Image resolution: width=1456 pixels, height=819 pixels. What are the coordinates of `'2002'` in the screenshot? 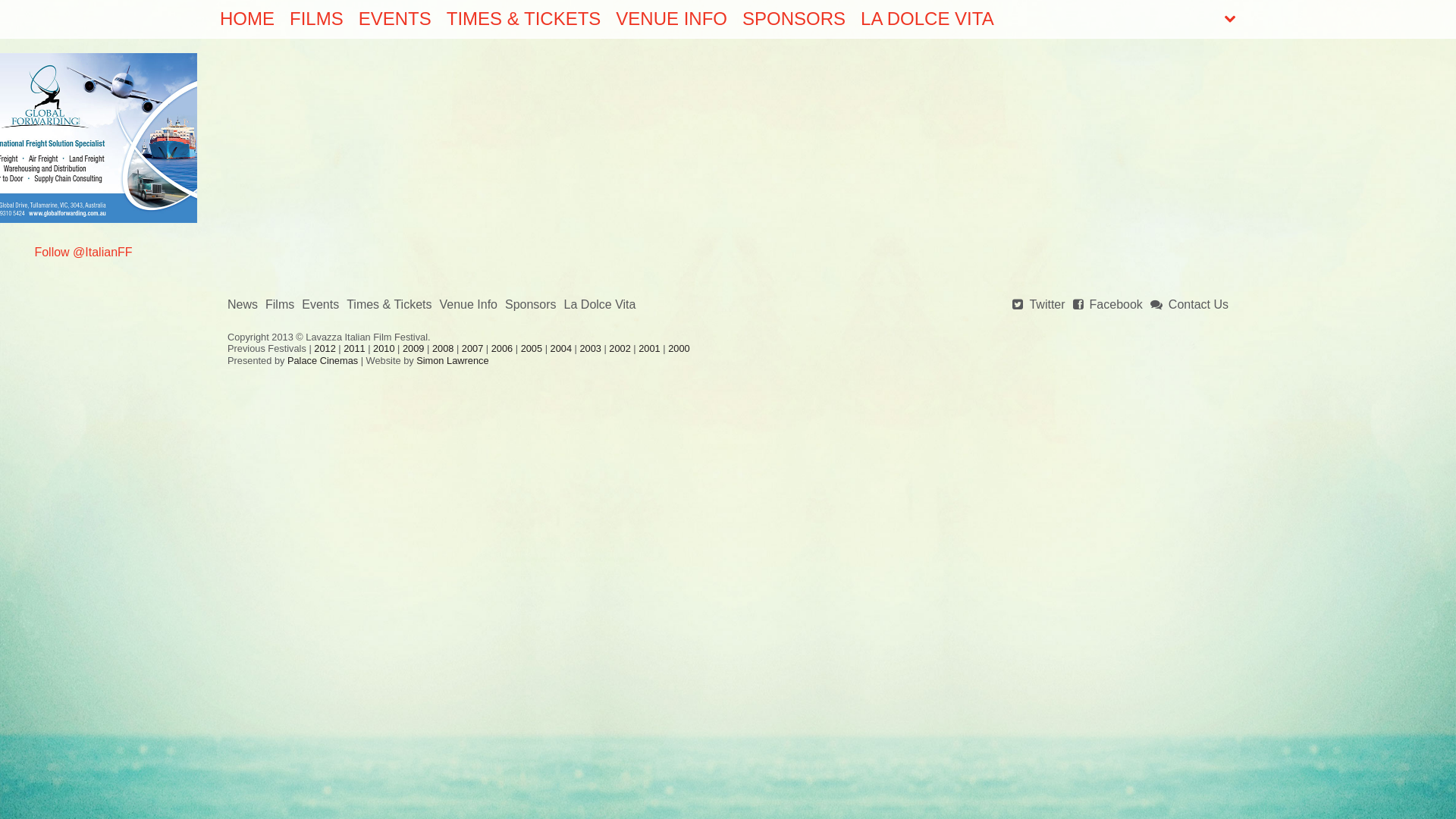 It's located at (619, 348).